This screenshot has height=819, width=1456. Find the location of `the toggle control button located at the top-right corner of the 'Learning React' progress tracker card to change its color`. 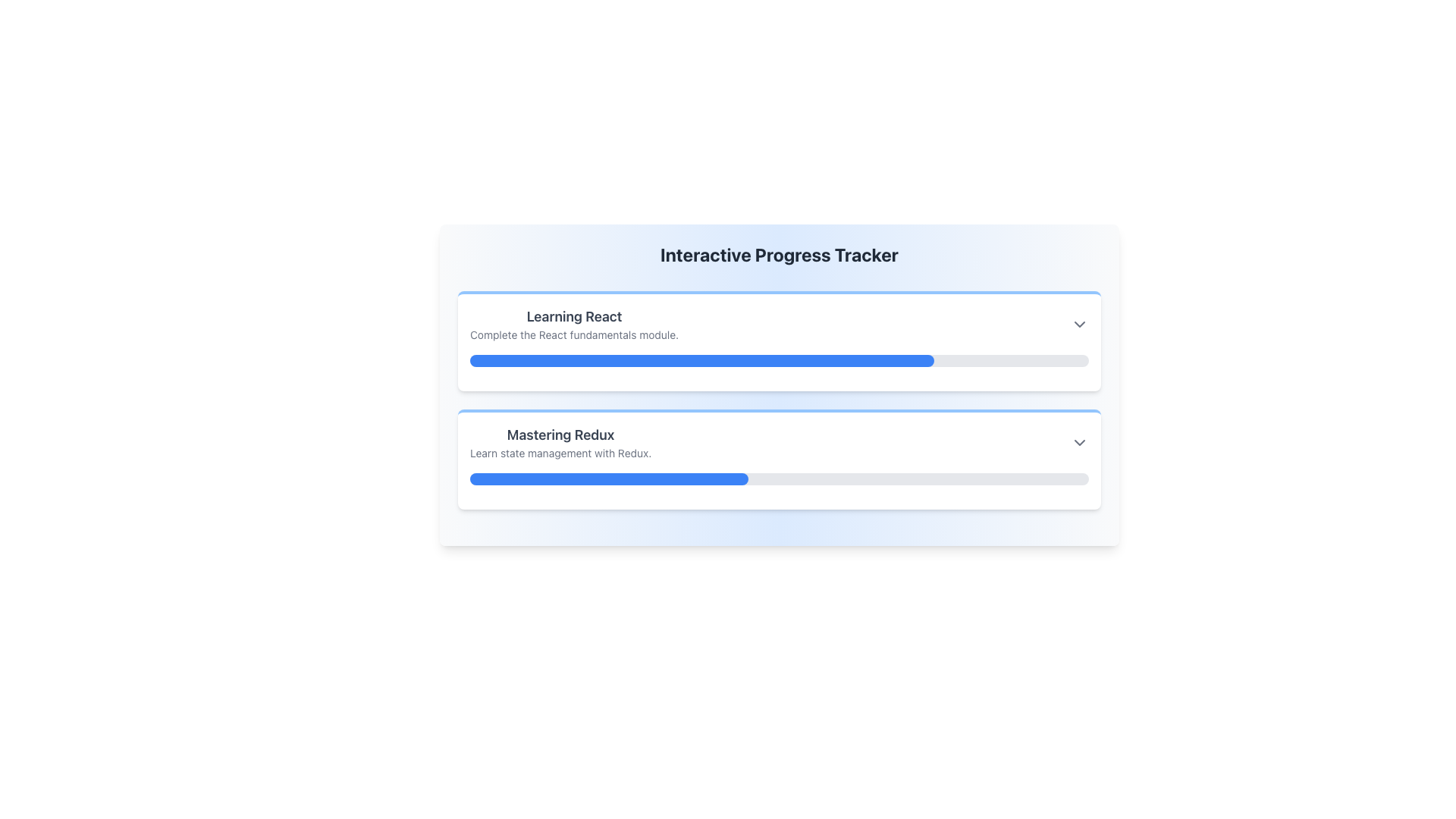

the toggle control button located at the top-right corner of the 'Learning React' progress tracker card to change its color is located at coordinates (1079, 324).